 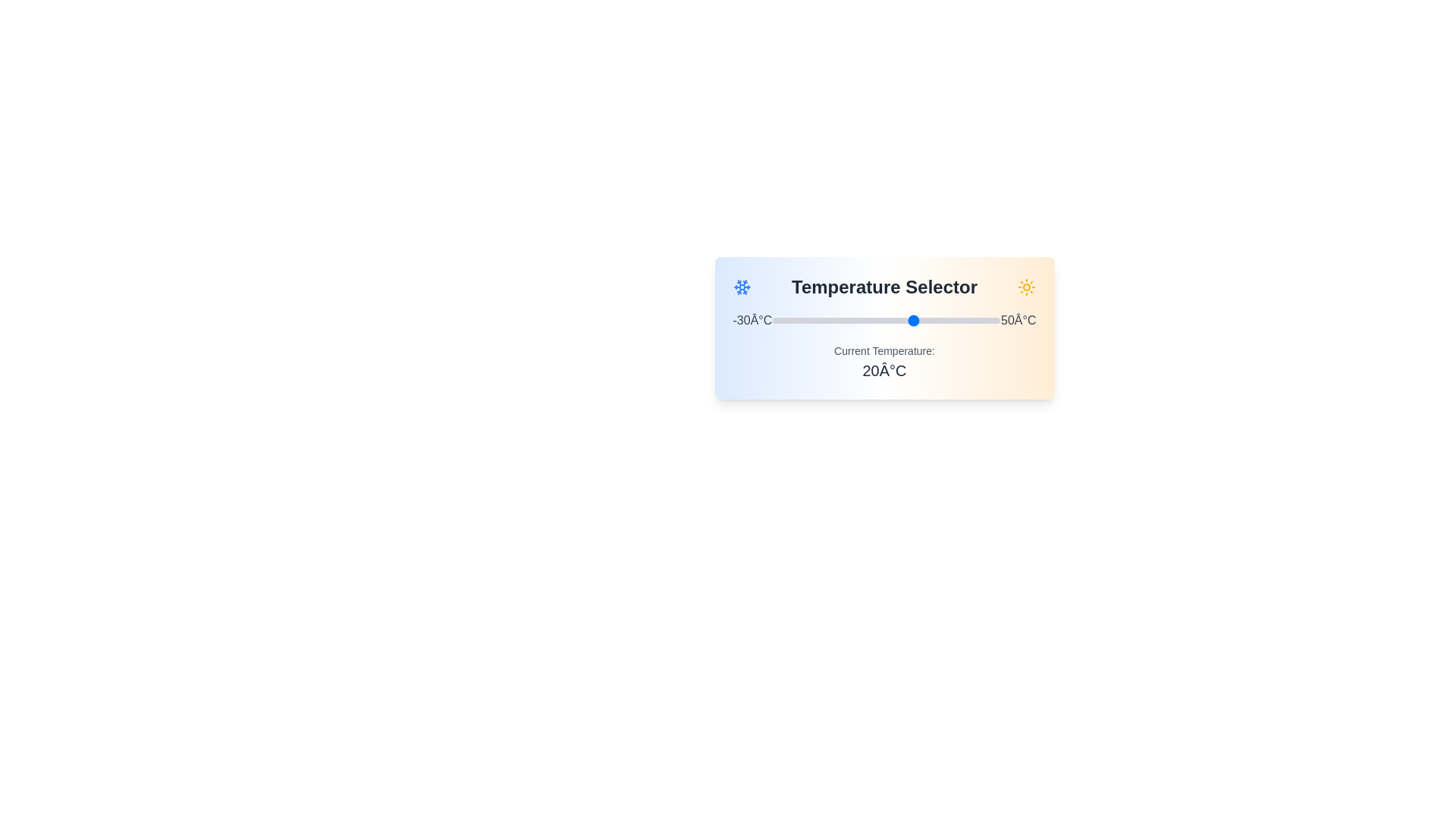 I want to click on the temperature increase icon located in the top-right corner of the 'Temperature Selector' component, next to the '50°C' label, so click(x=1027, y=287).